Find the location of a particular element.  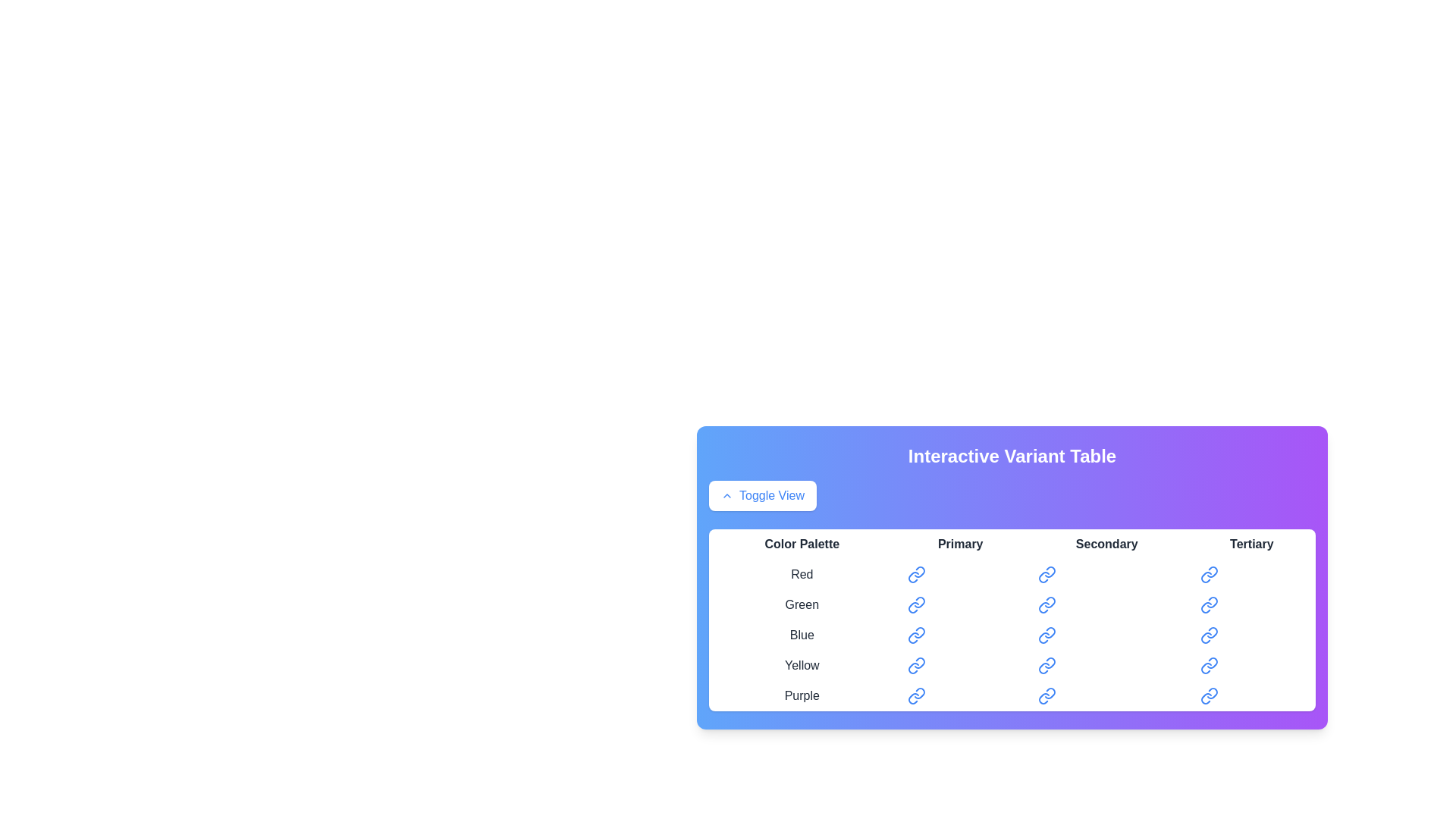

text 'Green' from the label located in the second row under the 'Color Palette' column of the table is located at coordinates (801, 604).